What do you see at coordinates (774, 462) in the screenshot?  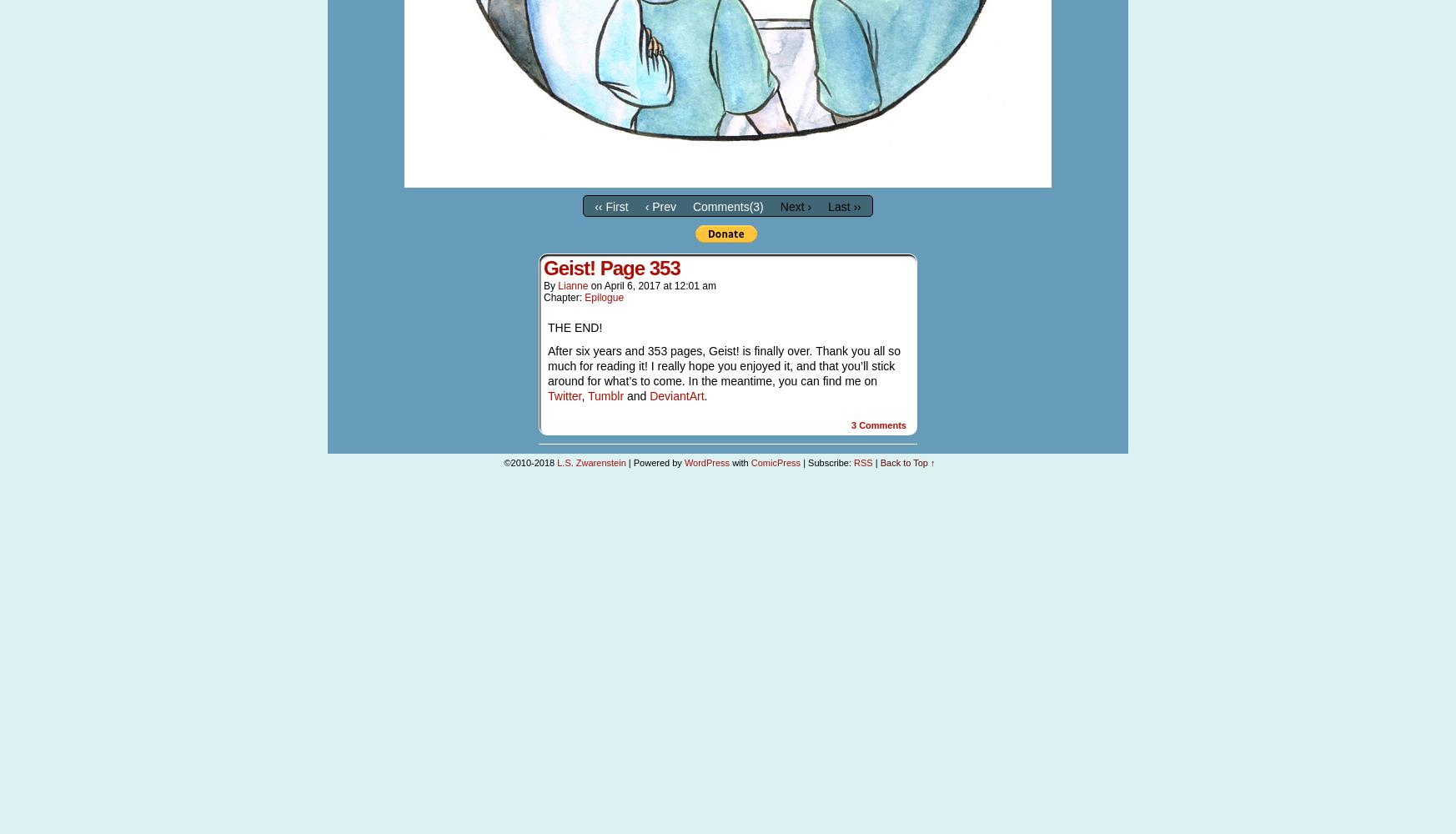 I see `'ComicPress'` at bounding box center [774, 462].